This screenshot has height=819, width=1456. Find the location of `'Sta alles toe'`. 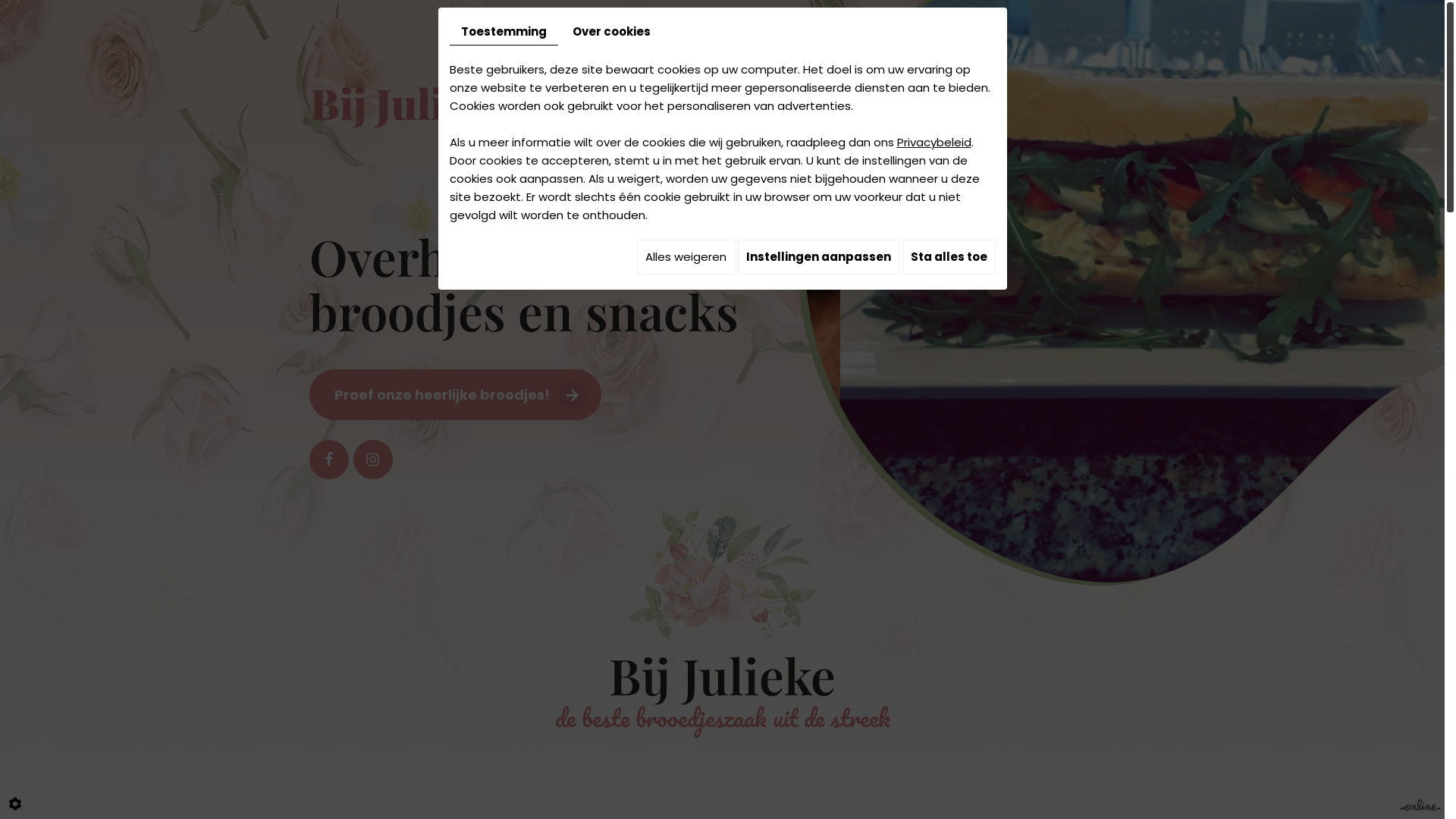

'Sta alles toe' is located at coordinates (948, 256).